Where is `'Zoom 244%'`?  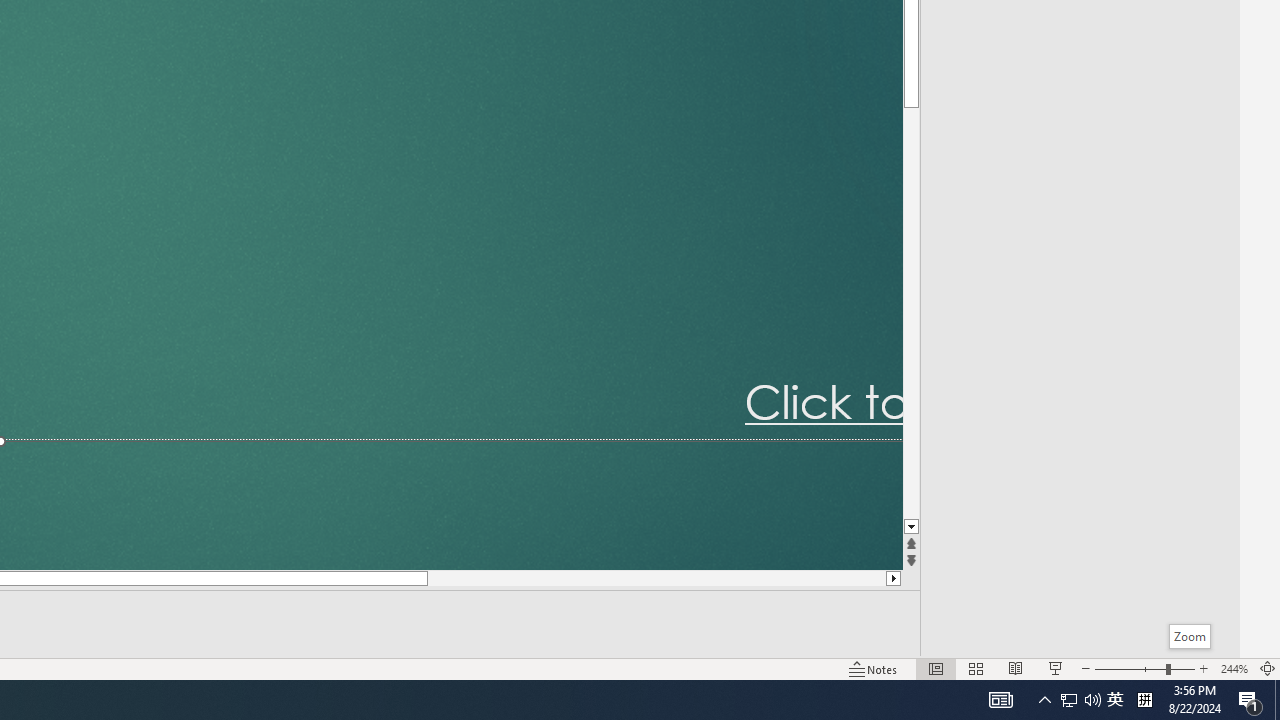
'Zoom 244%' is located at coordinates (1233, 669).